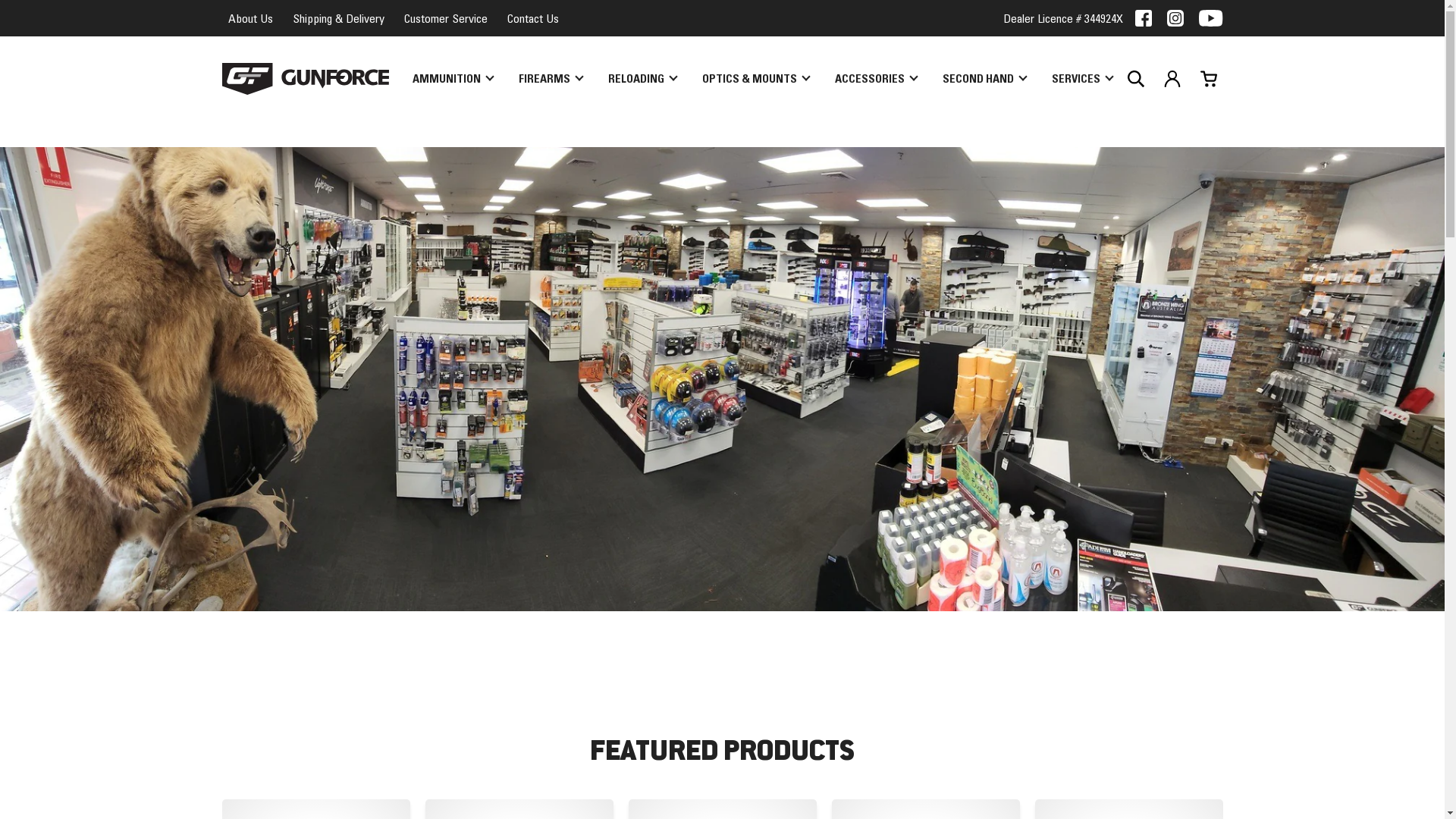 This screenshot has height=819, width=1456. I want to click on 'FIREARMS', so click(549, 79).